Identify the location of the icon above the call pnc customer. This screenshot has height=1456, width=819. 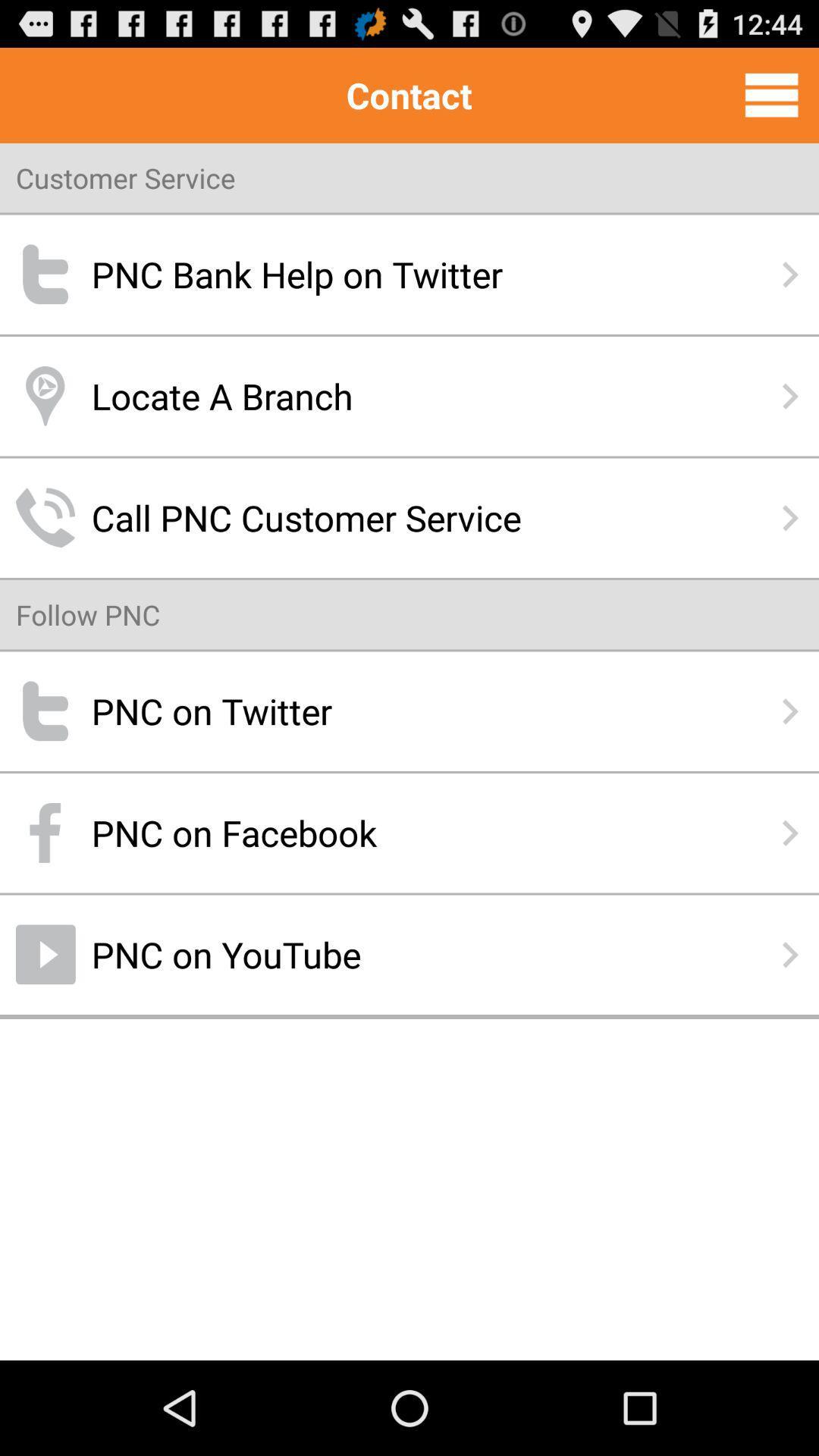
(409, 396).